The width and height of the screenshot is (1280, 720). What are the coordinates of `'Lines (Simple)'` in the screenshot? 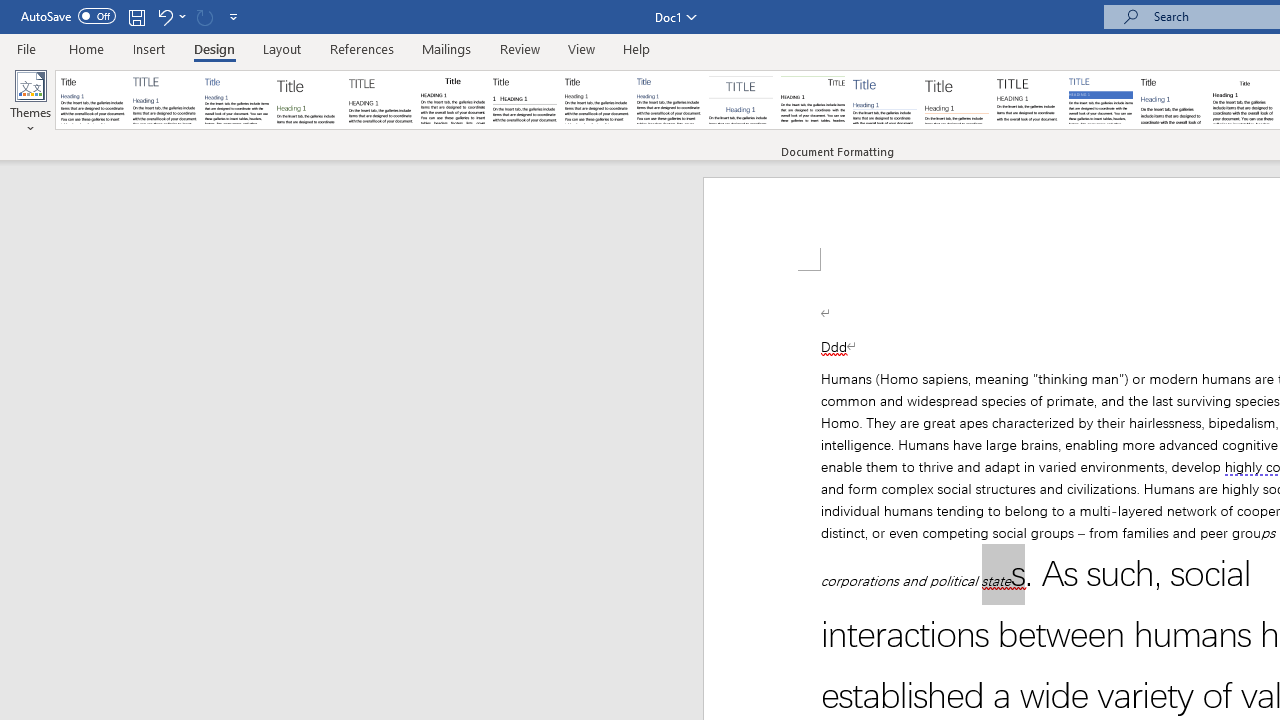 It's located at (884, 100).